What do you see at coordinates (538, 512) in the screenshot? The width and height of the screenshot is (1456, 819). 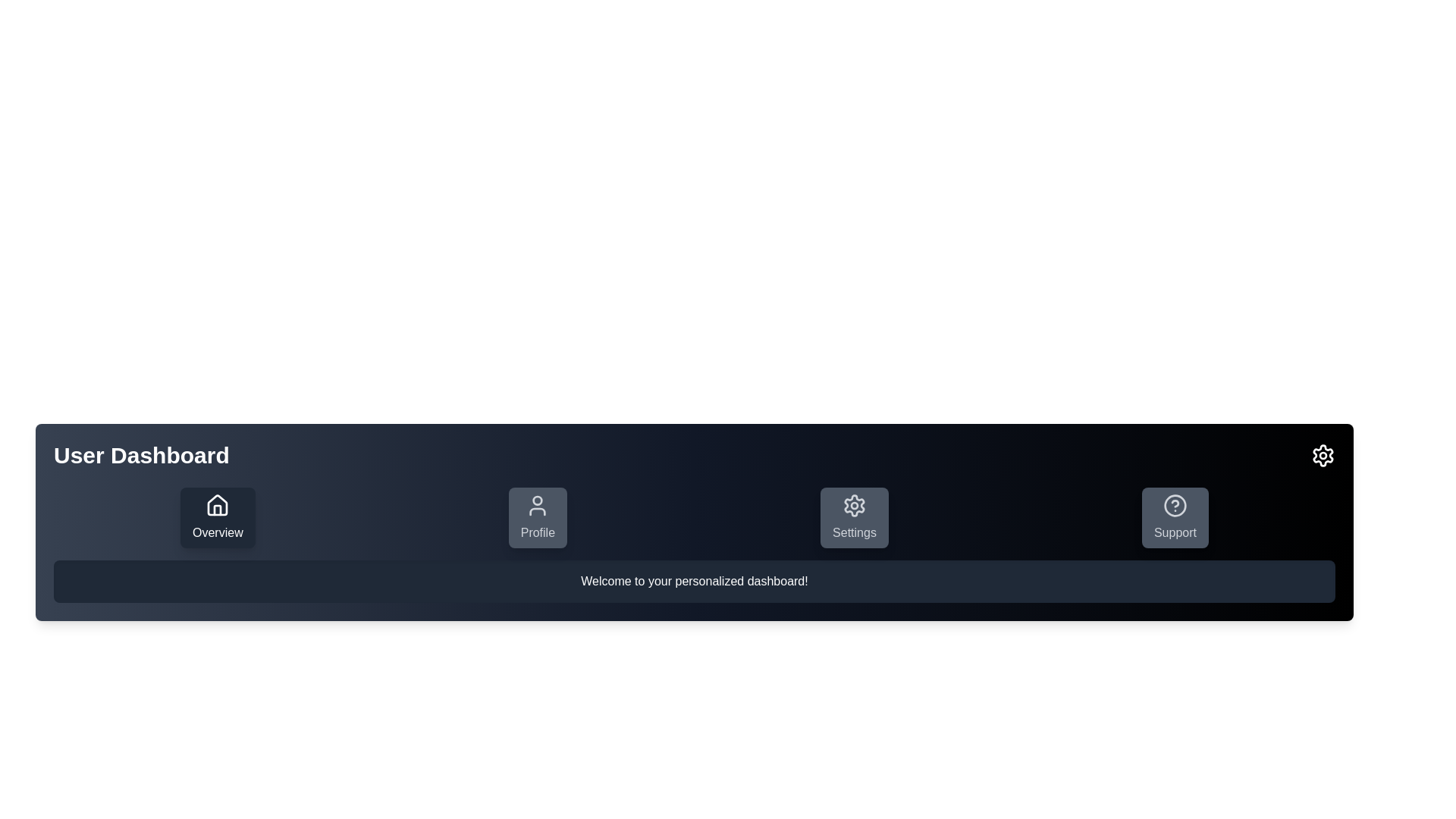 I see `the lower body portion of the 'Profile' SVG icon, which is a curved line located in the second position of the horizontal menu bar` at bounding box center [538, 512].